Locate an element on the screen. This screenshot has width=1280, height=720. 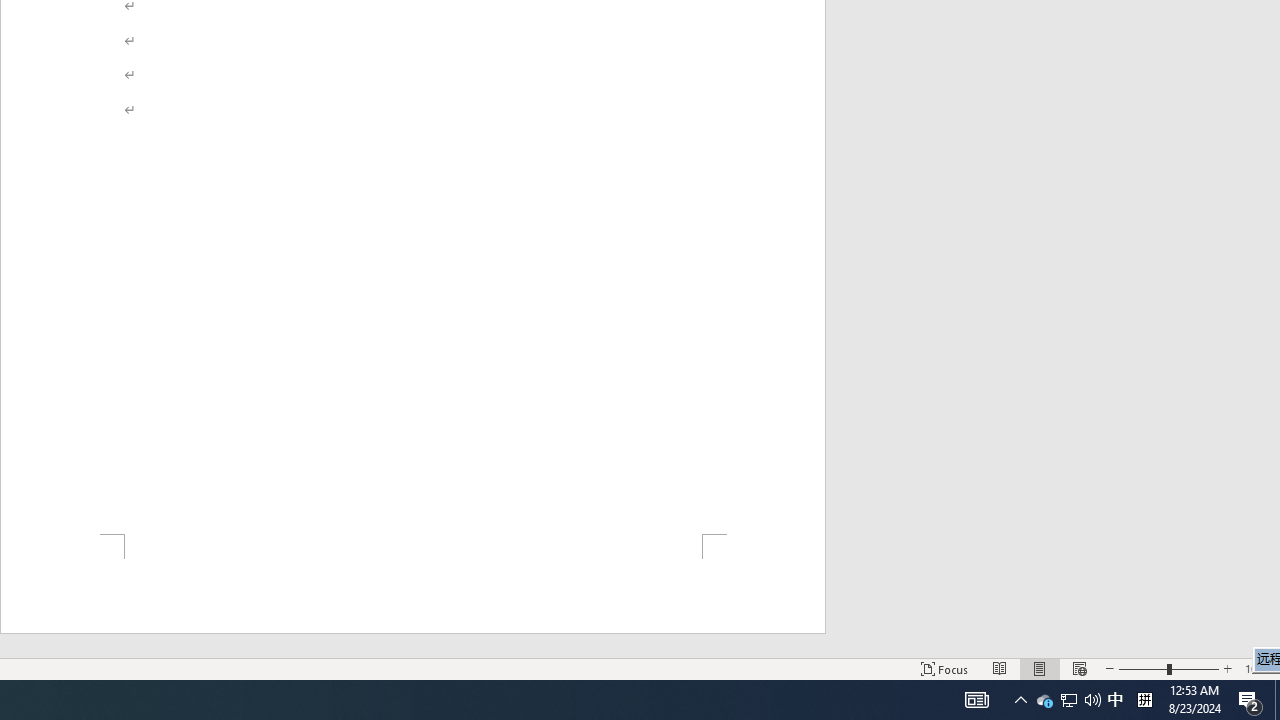
'Web Layout' is located at coordinates (1078, 669).